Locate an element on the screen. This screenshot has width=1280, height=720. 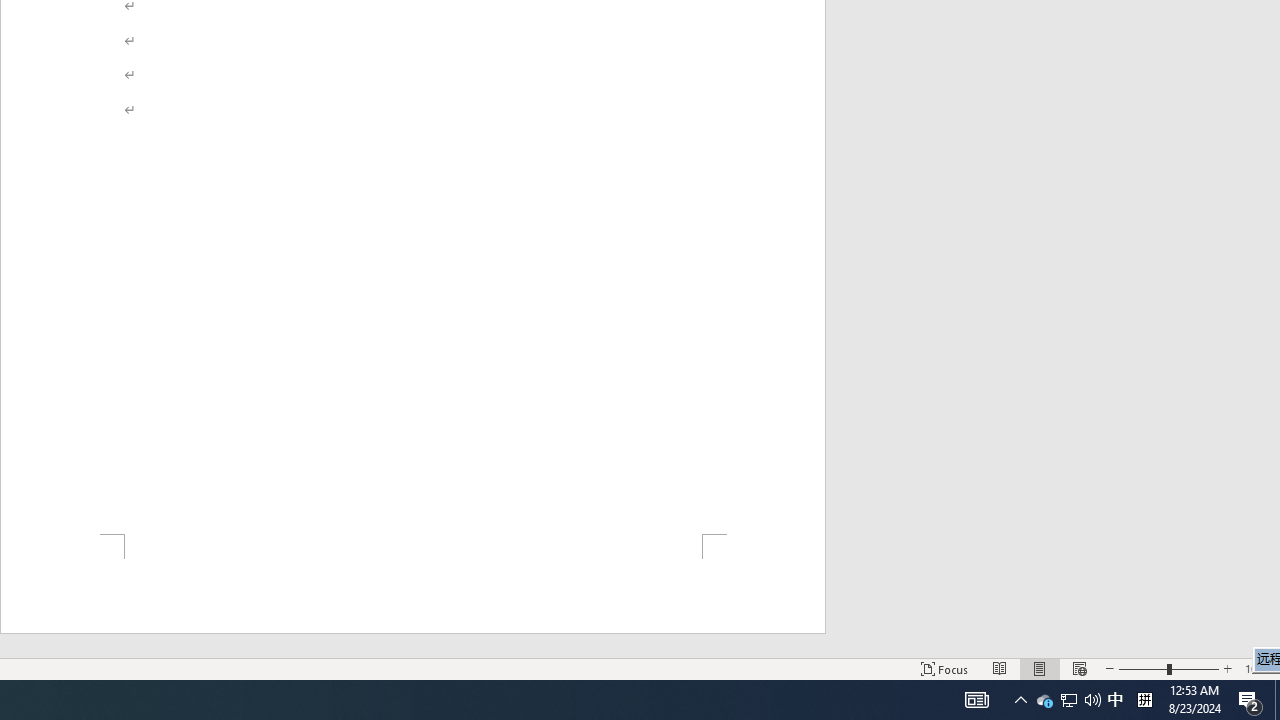
'Web Layout' is located at coordinates (1078, 669).